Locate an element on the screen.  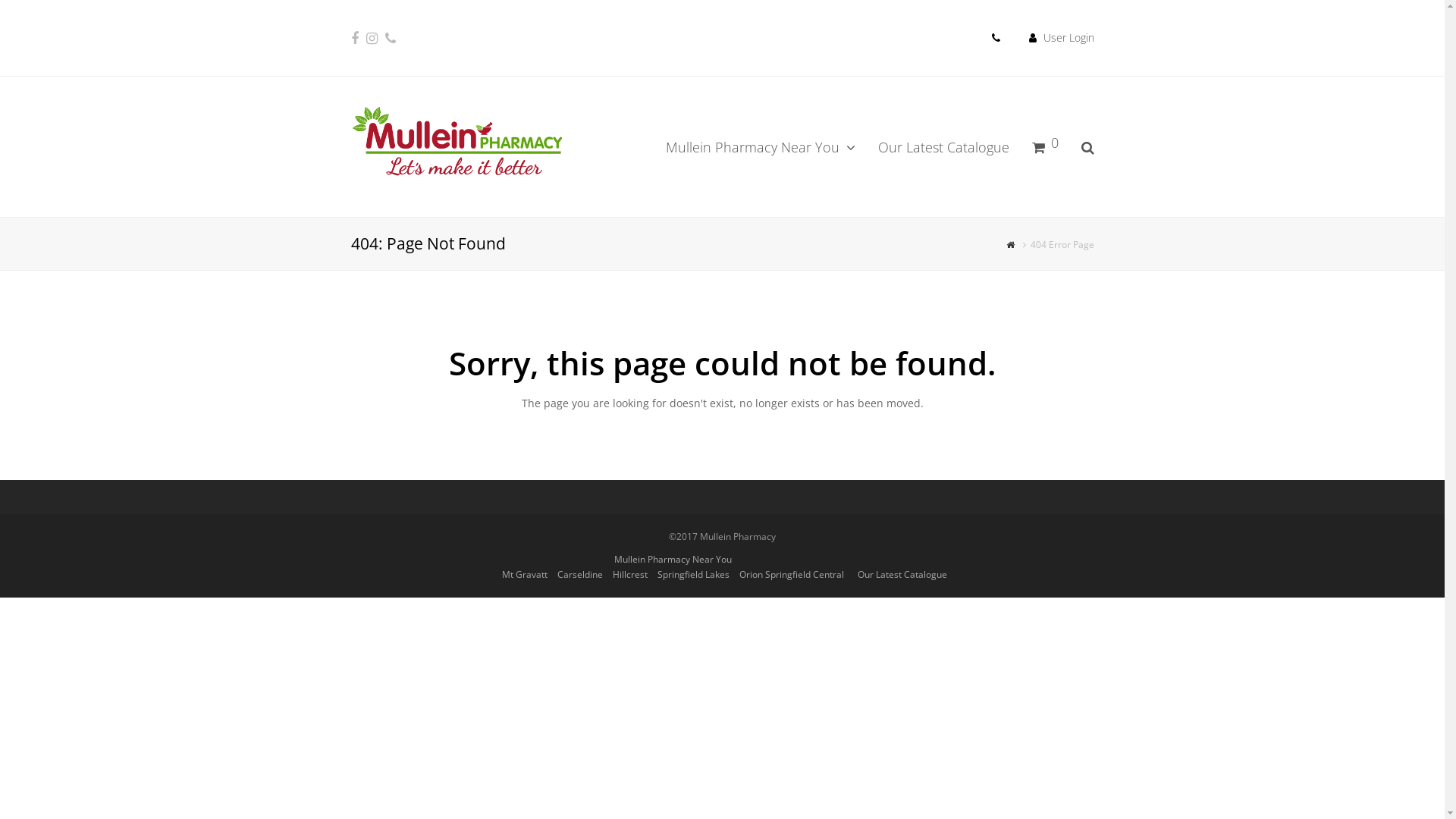
'Instagram' is located at coordinates (371, 37).